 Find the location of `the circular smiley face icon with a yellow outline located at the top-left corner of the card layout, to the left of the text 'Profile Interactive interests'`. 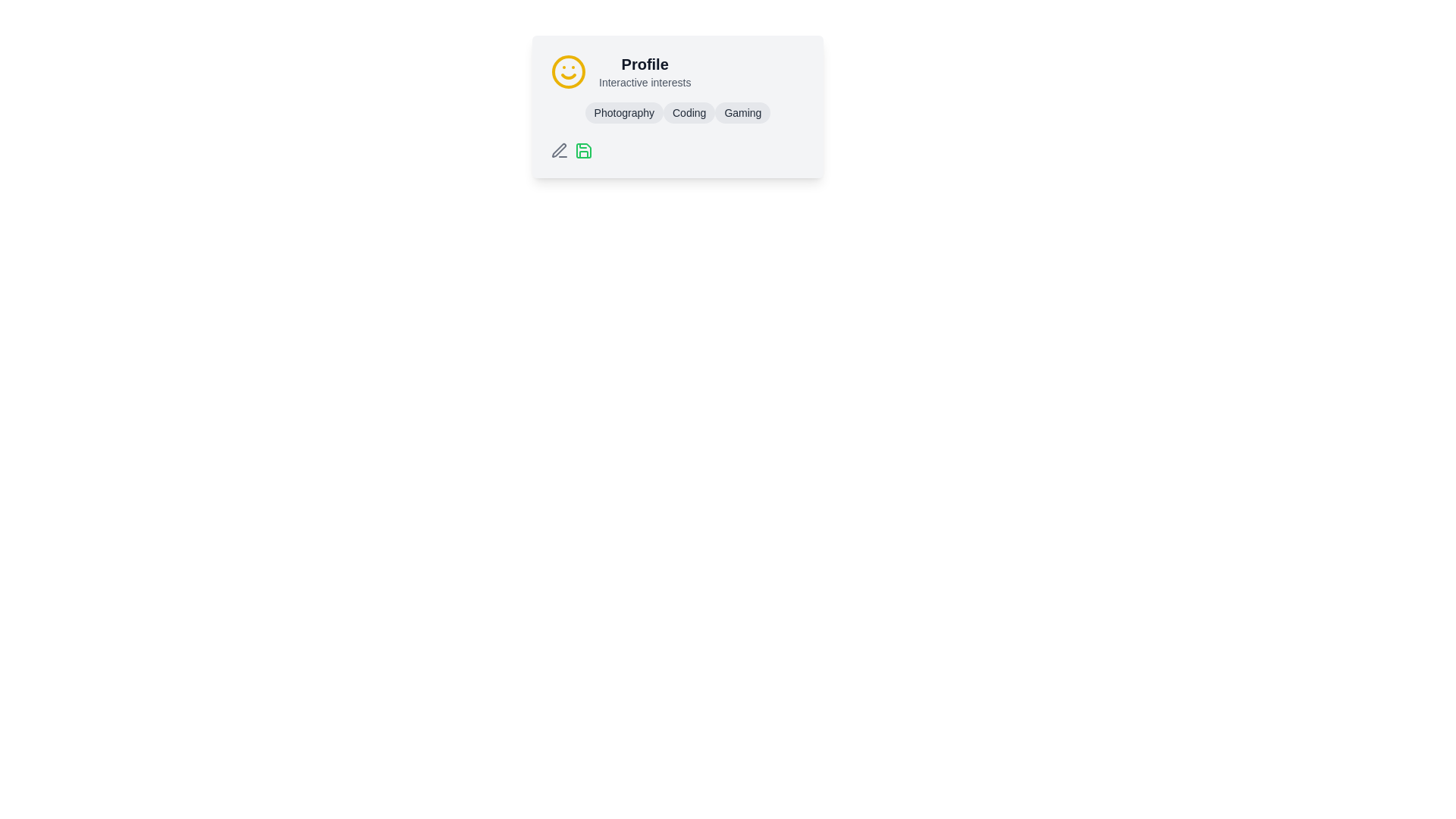

the circular smiley face icon with a yellow outline located at the top-left corner of the card layout, to the left of the text 'Profile Interactive interests' is located at coordinates (567, 72).